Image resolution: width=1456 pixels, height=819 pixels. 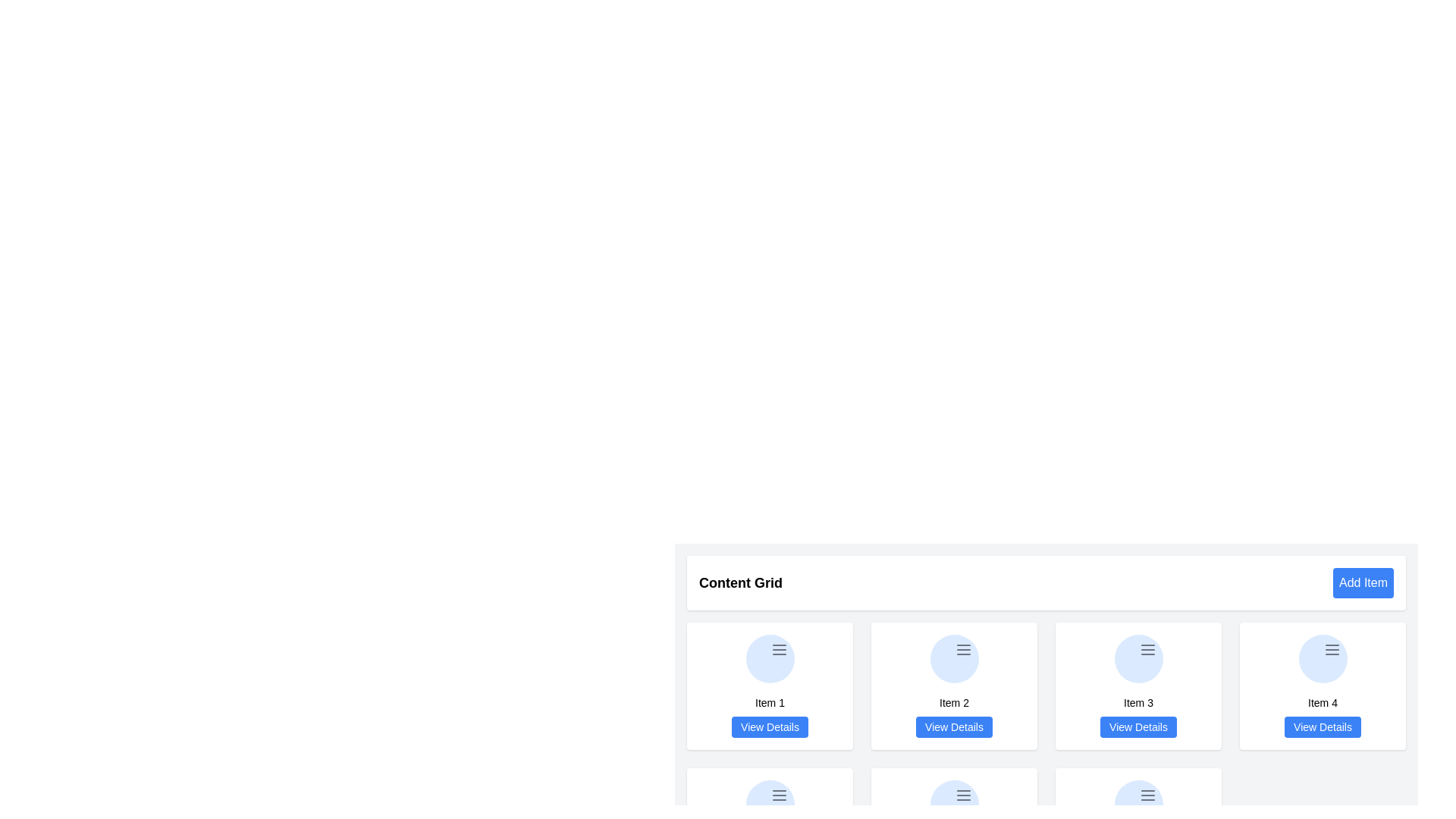 I want to click on the 'View Details' button on the card displaying 'Item 2', which is located in the top row, second column of the grid layout, so click(x=953, y=686).